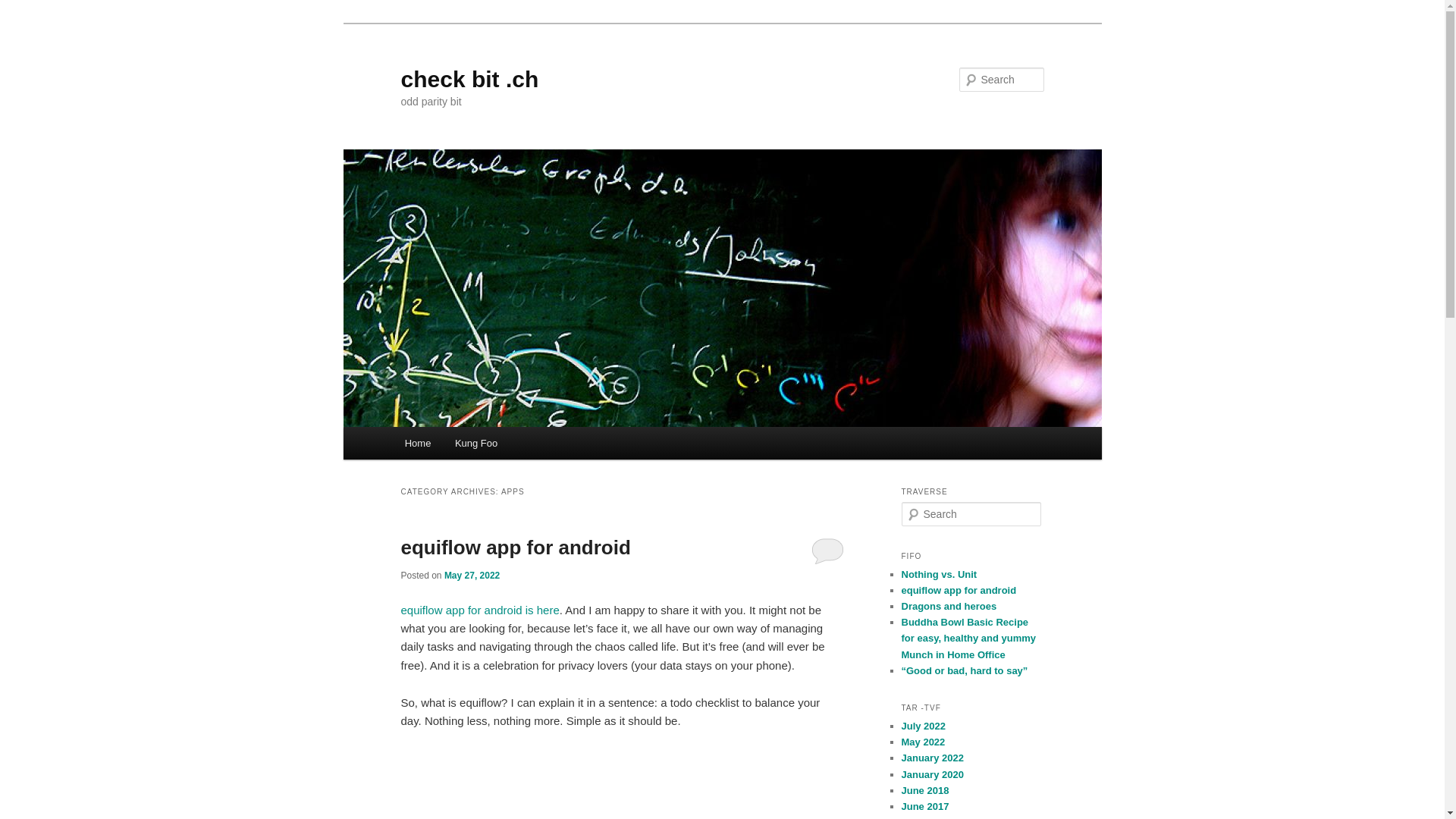  What do you see at coordinates (393, 443) in the screenshot?
I see `'Home'` at bounding box center [393, 443].